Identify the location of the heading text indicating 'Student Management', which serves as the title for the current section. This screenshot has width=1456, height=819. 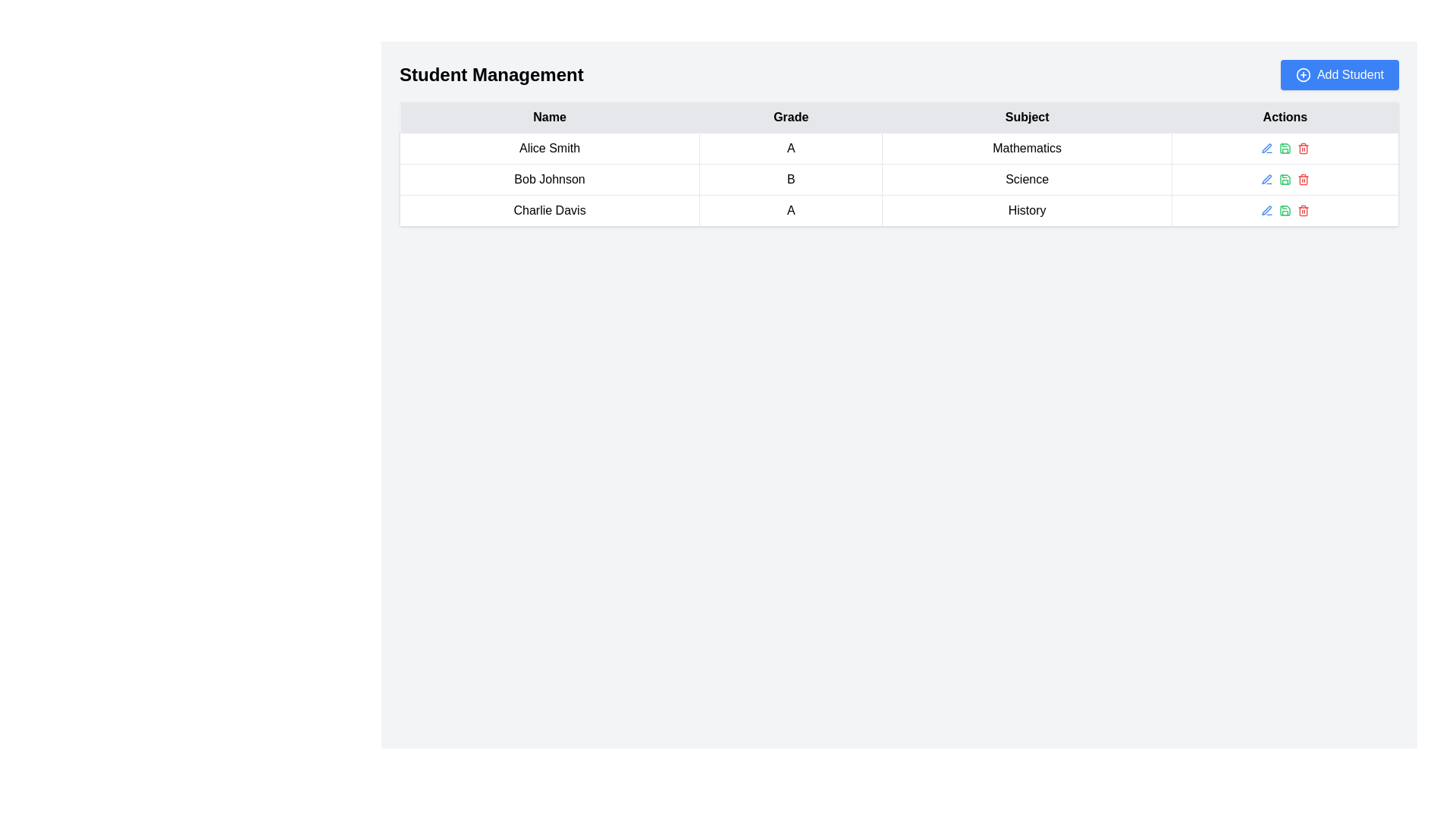
(491, 75).